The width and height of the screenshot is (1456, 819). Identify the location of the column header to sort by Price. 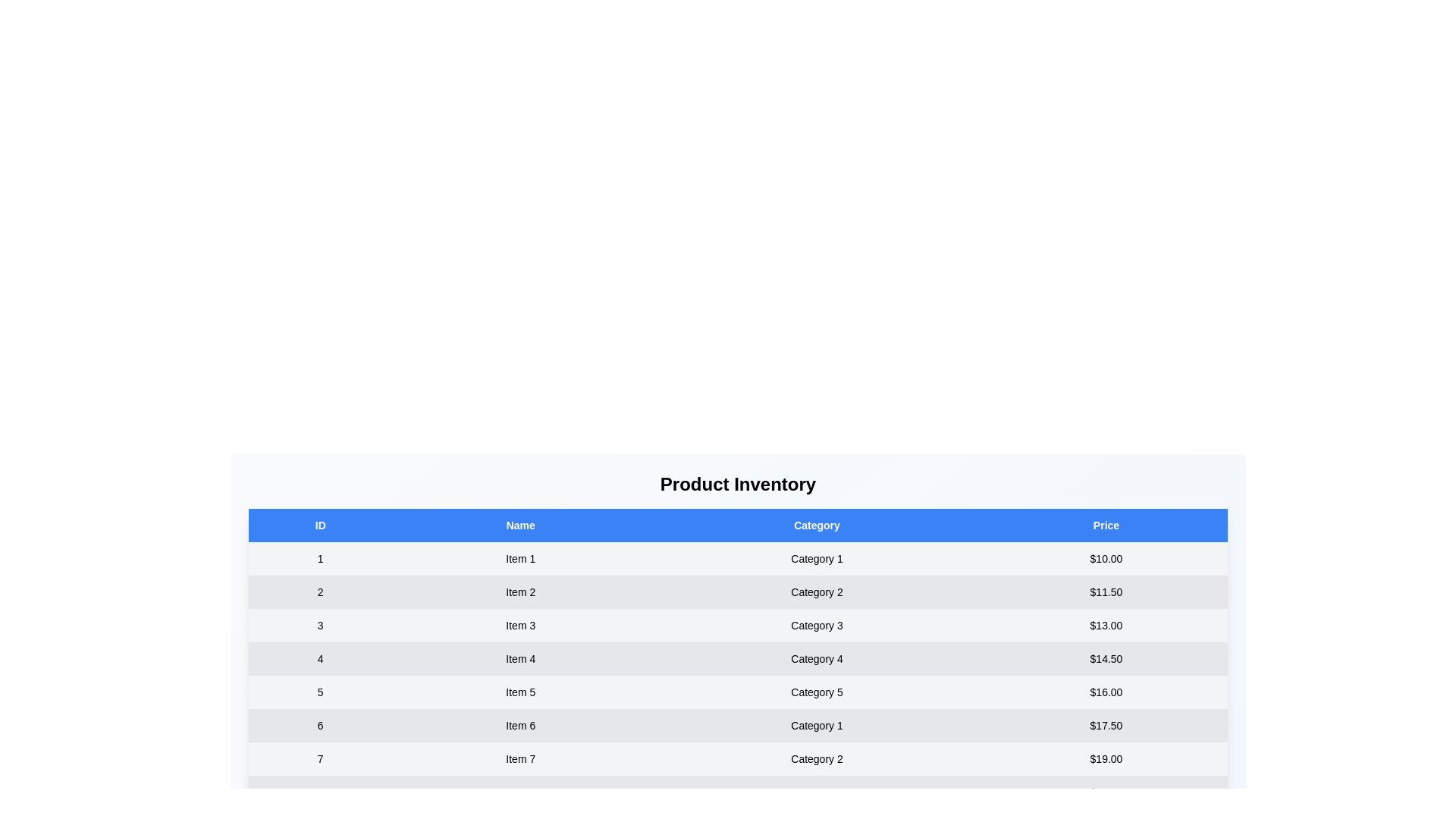
(1106, 525).